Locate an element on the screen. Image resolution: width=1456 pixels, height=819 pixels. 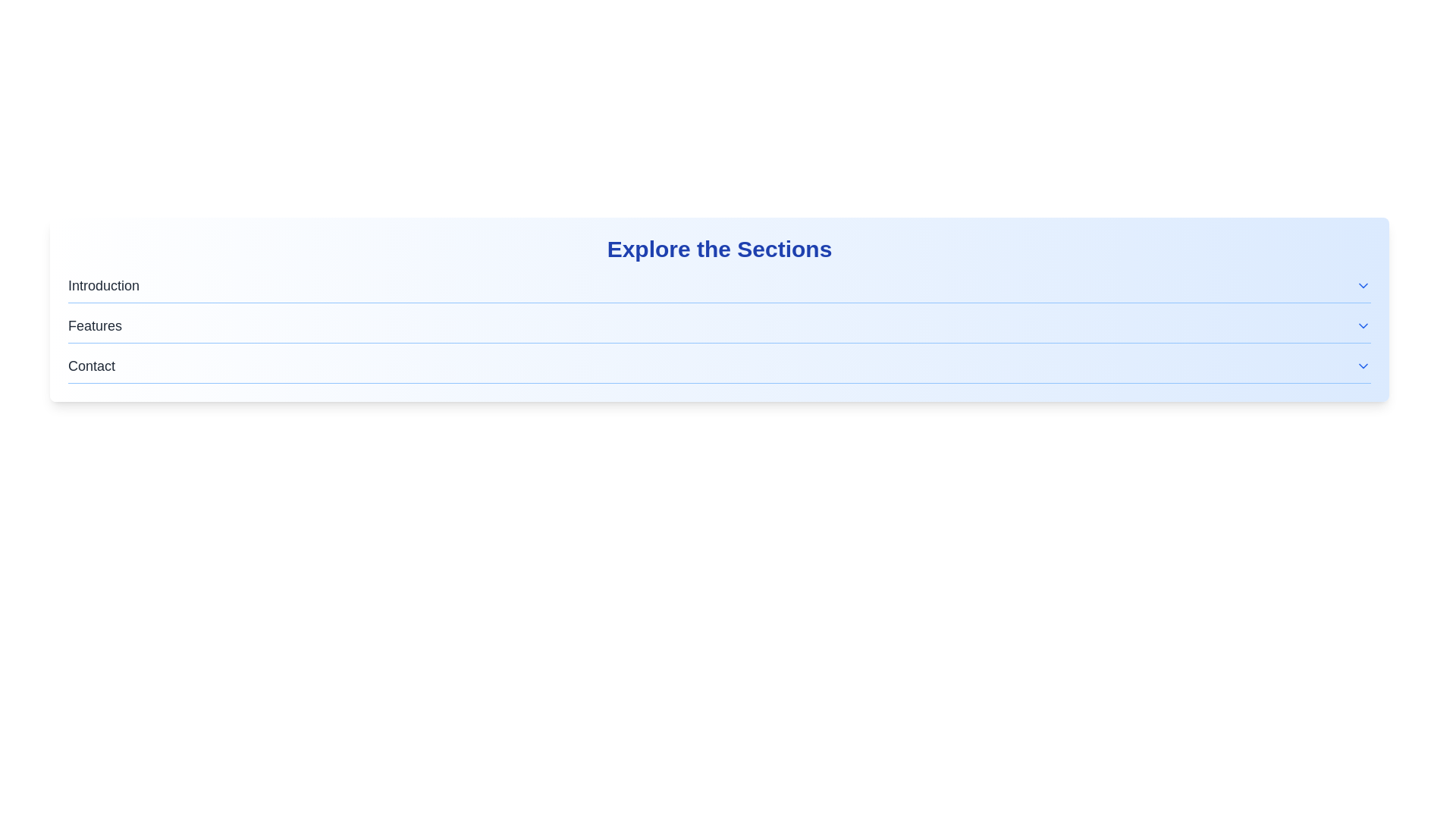
the 'Features' section identifier text label, which is the second item in the list under 'Explore the Sections' is located at coordinates (94, 325).